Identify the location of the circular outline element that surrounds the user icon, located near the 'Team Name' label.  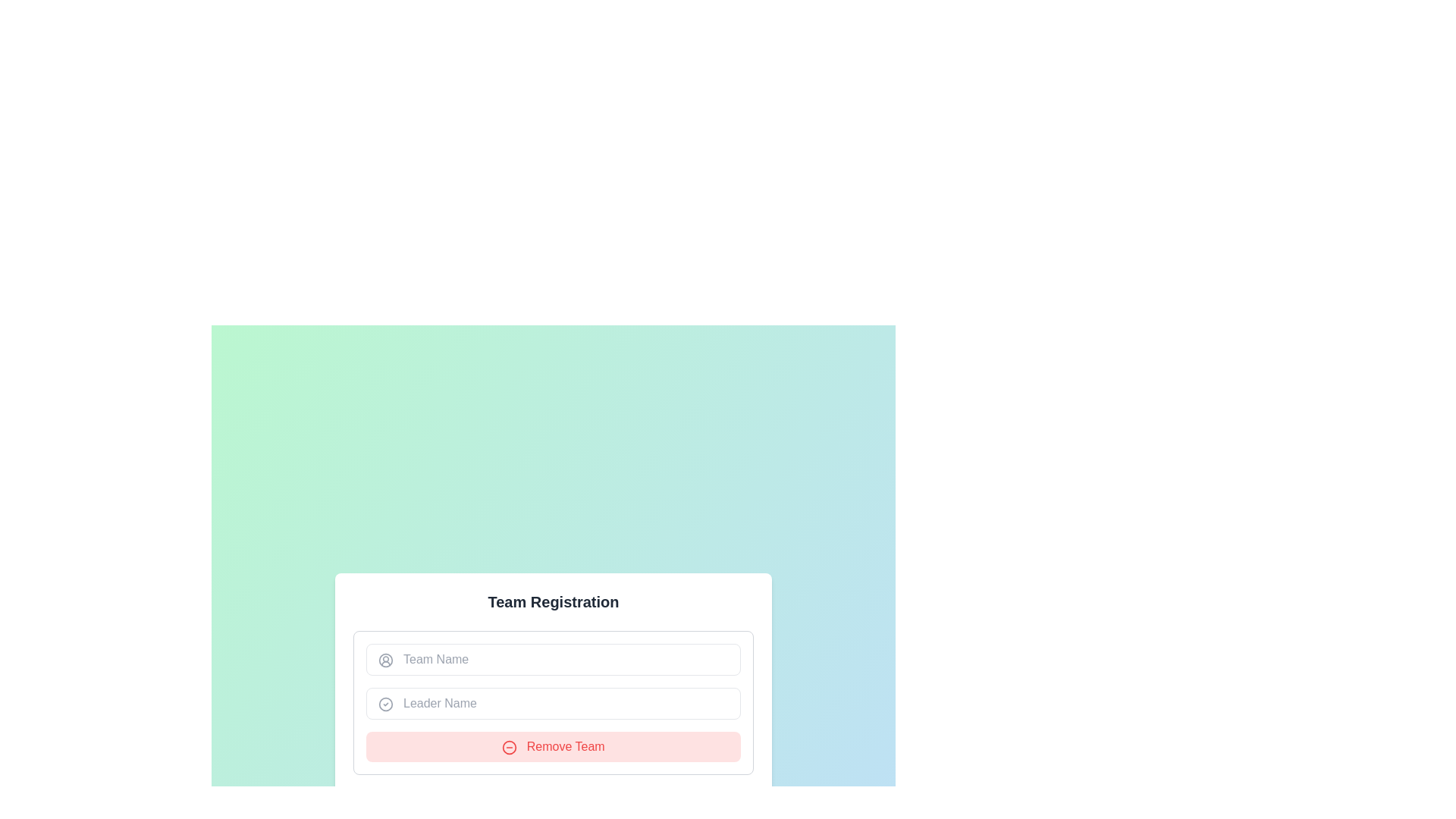
(385, 660).